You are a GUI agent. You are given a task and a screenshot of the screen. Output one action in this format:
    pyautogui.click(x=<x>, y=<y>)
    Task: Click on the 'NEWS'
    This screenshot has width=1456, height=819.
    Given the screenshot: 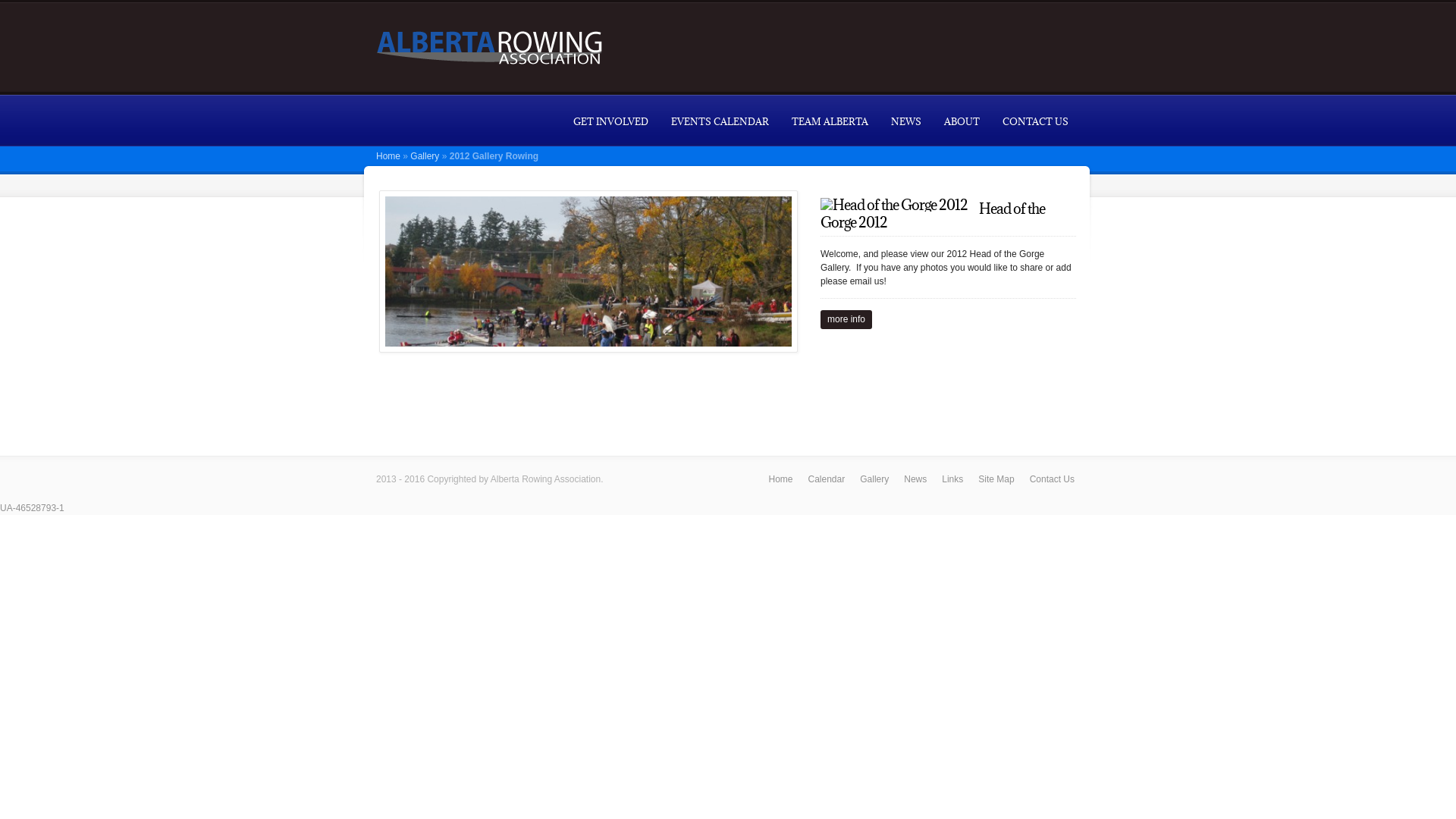 What is the action you would take?
    pyautogui.click(x=880, y=120)
    